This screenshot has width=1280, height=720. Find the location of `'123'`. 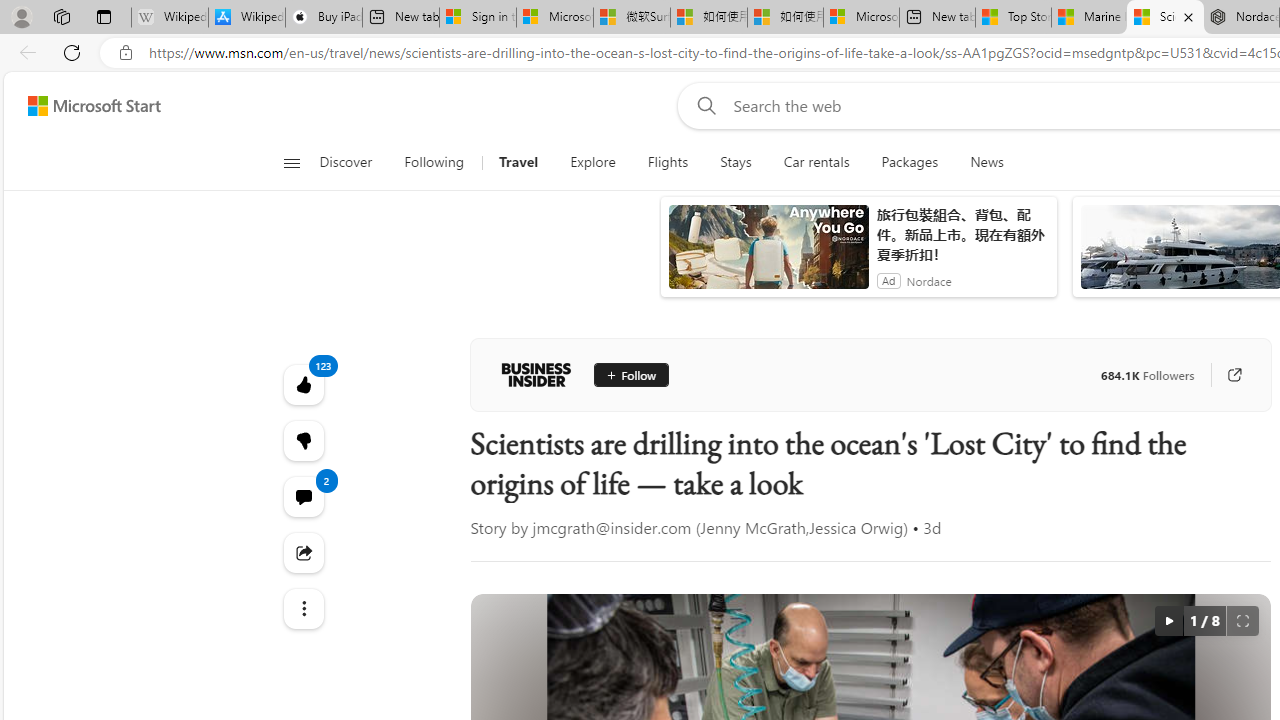

'123' is located at coordinates (302, 440).